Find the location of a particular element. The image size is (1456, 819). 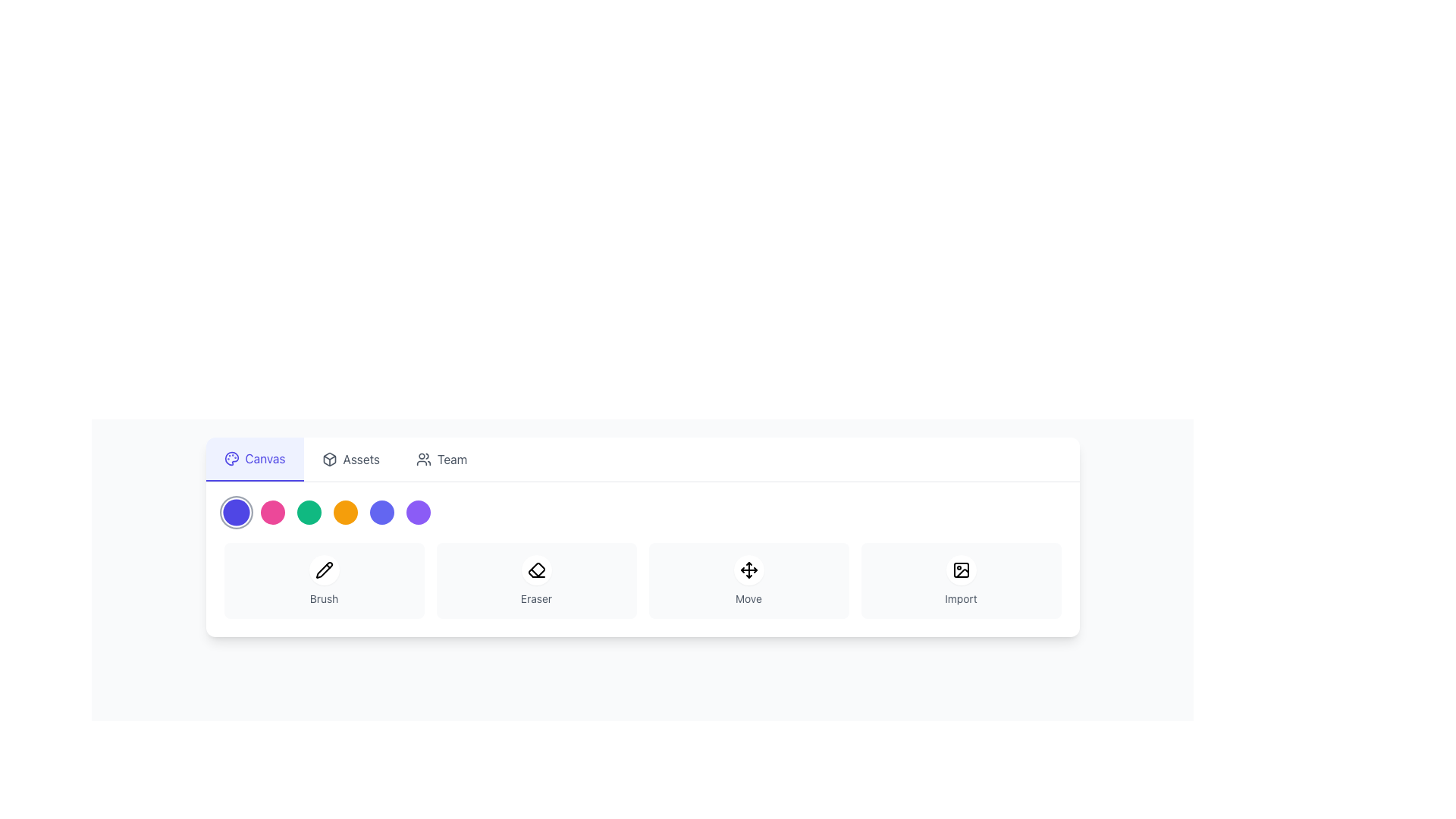

the 'Assets' tab button located in the horizontal navigation bar, which is the second button following the 'Canvas' tab is located at coordinates (350, 458).